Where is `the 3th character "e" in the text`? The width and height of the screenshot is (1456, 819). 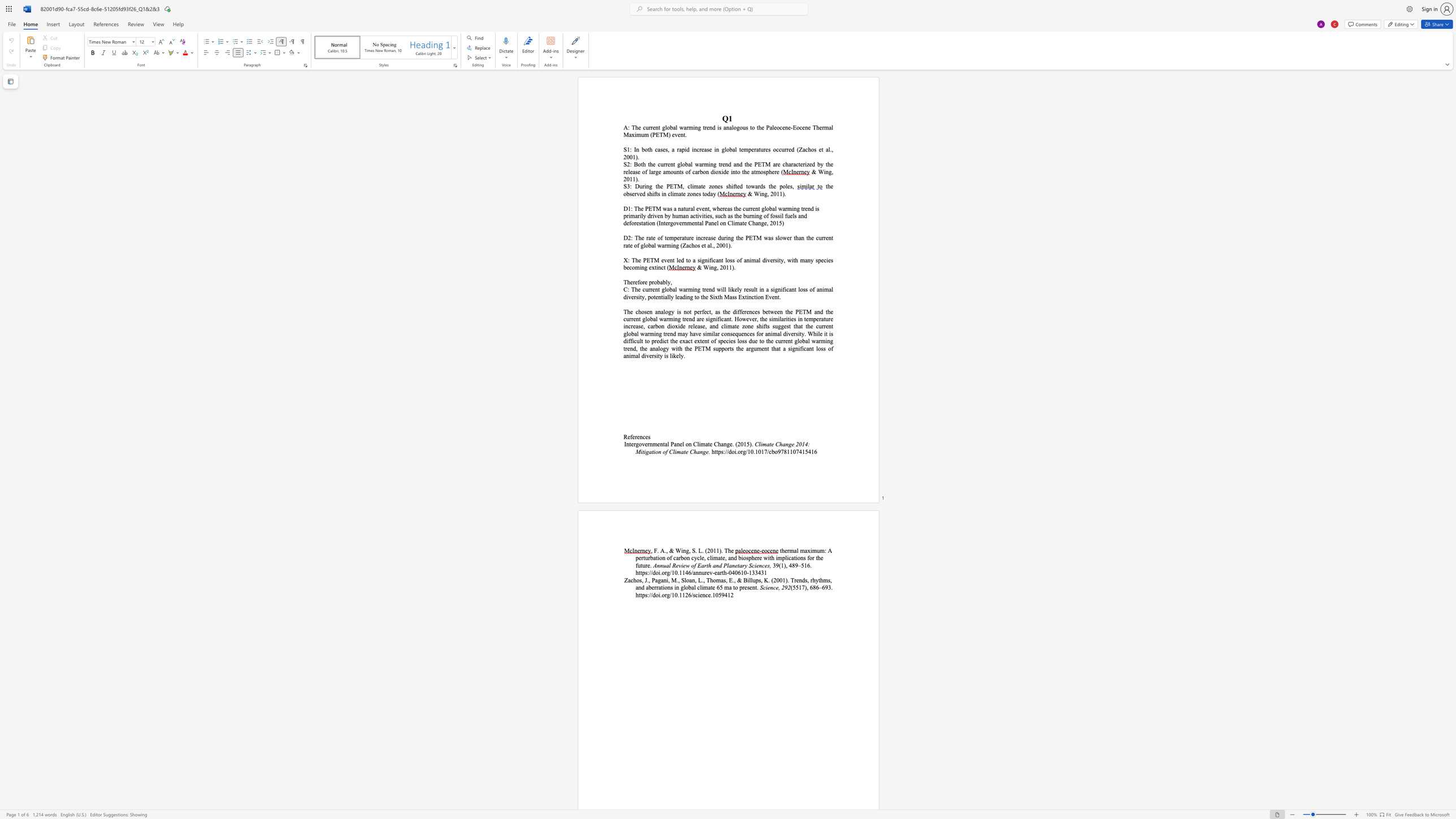 the 3th character "e" in the text is located at coordinates (687, 451).